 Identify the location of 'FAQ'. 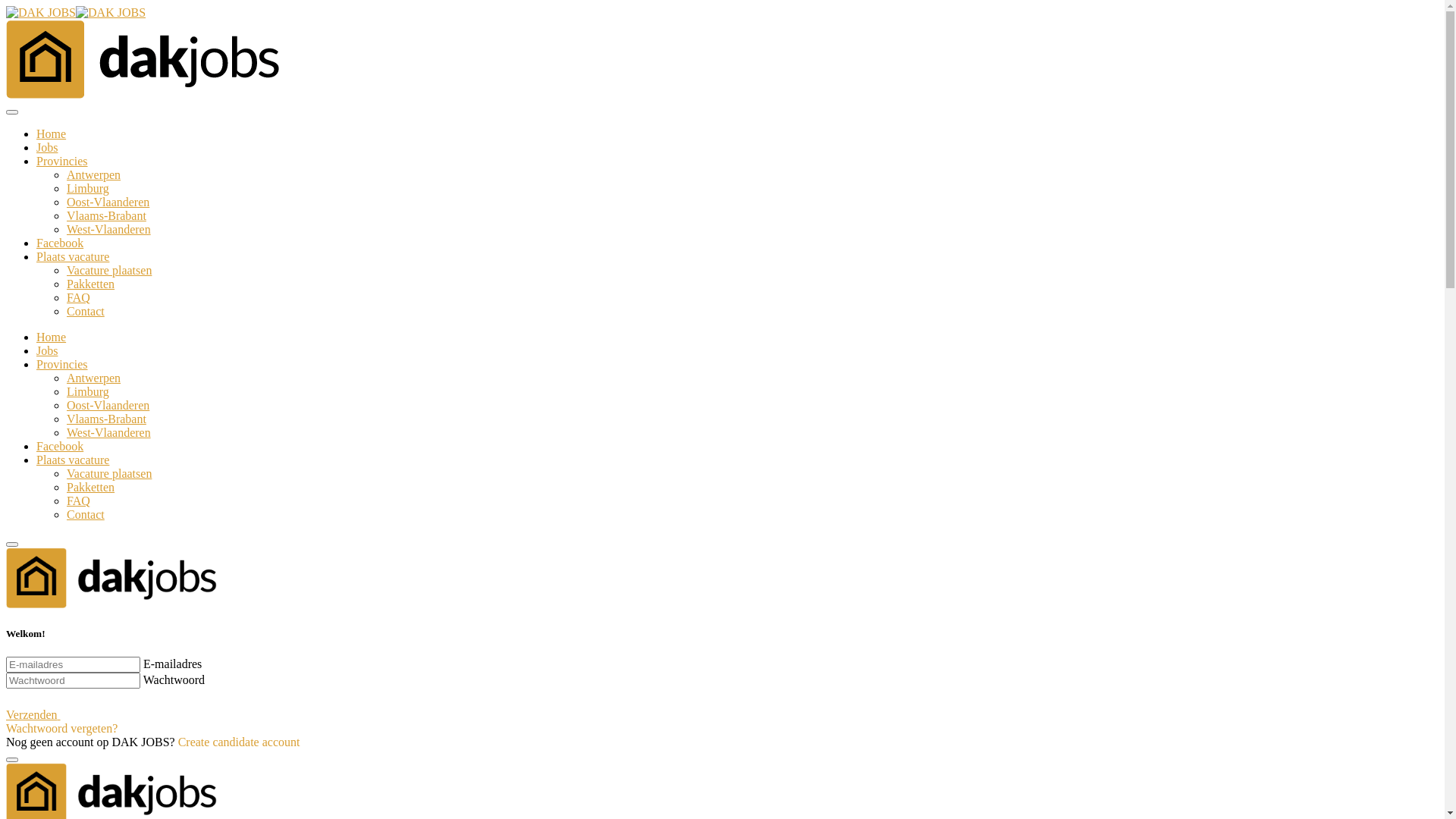
(77, 500).